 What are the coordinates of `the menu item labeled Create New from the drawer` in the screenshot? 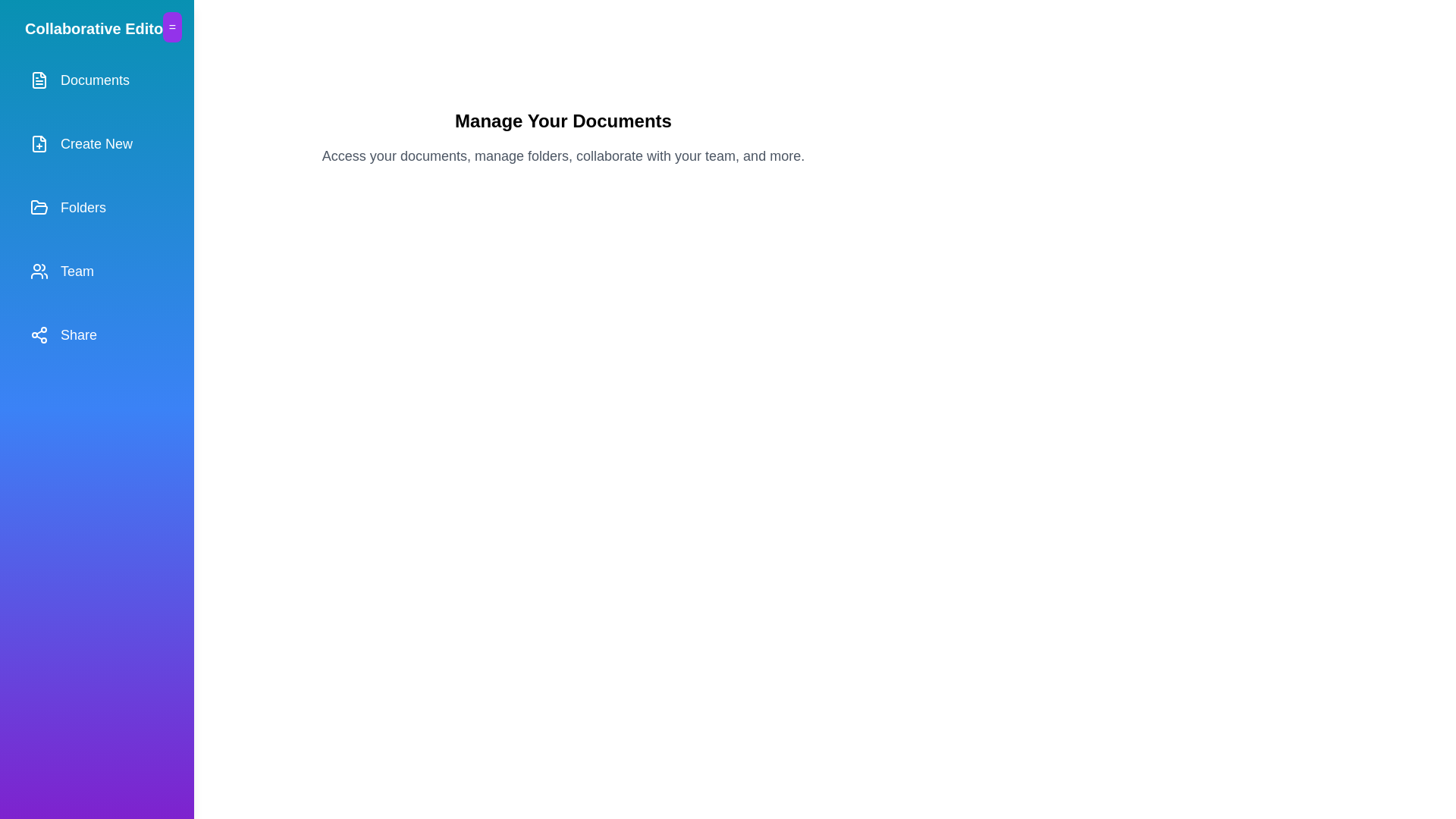 It's located at (96, 143).